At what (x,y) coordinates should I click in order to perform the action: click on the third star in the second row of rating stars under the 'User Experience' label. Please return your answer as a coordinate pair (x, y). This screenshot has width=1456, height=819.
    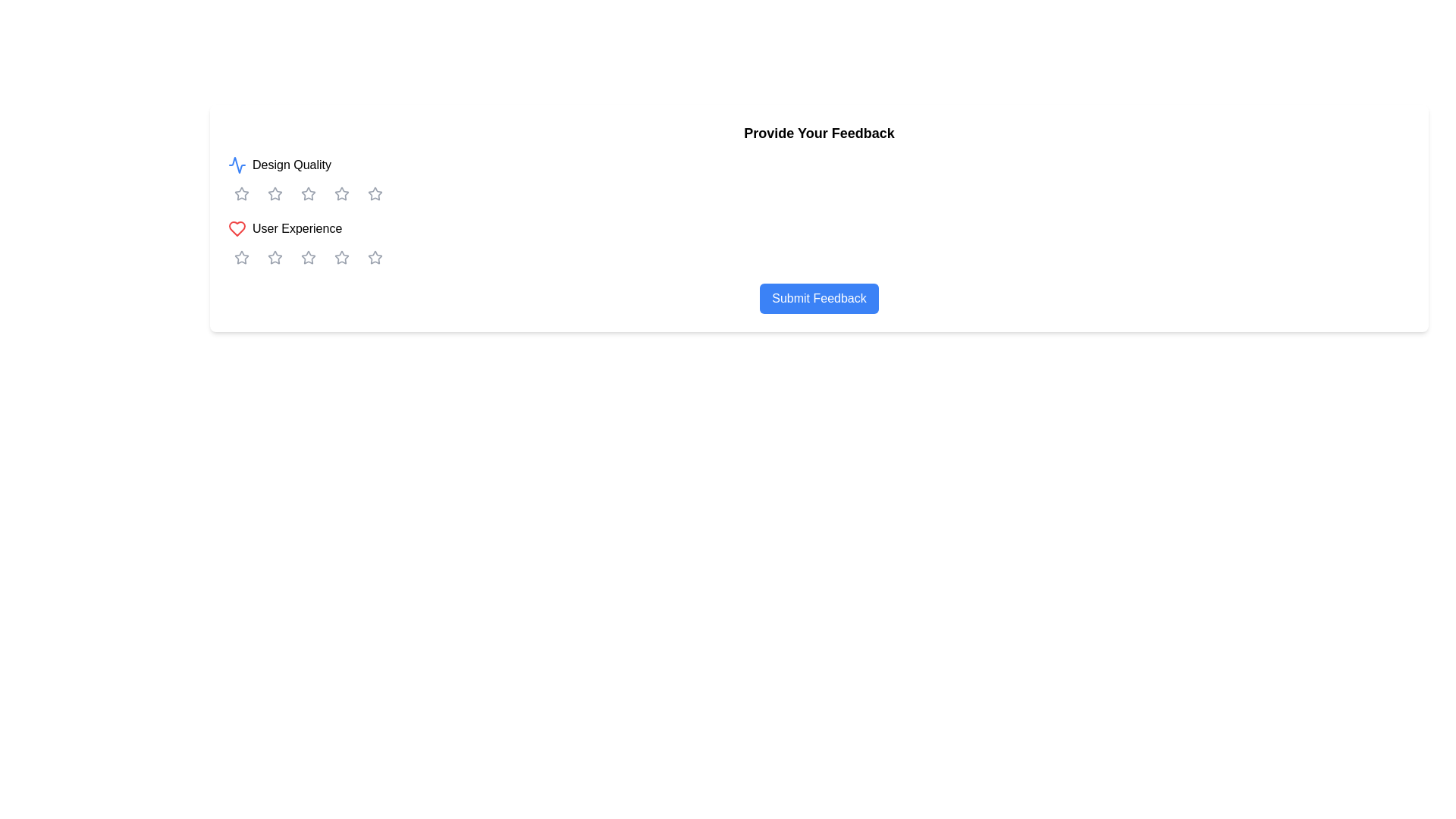
    Looking at the image, I should click on (308, 256).